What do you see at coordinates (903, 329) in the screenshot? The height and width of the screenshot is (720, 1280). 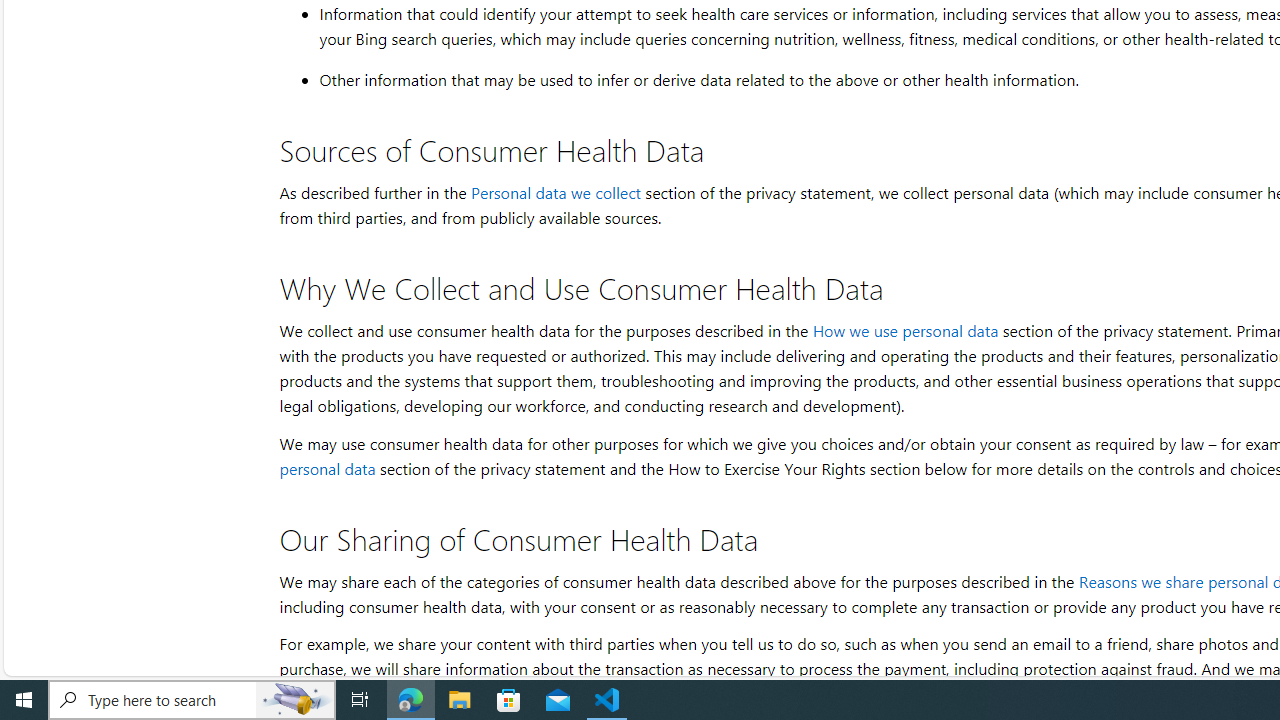 I see `'How we use personal data'` at bounding box center [903, 329].